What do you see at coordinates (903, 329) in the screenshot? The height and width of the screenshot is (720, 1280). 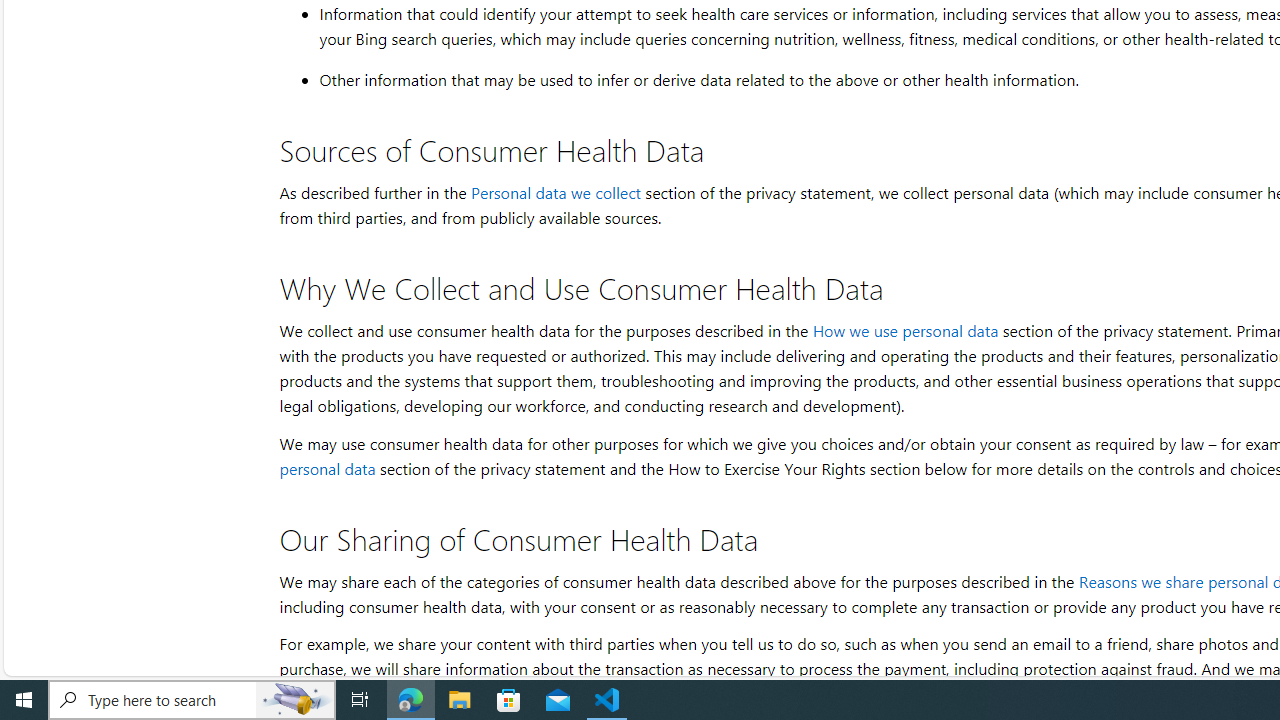 I see `'How we use personal data'` at bounding box center [903, 329].